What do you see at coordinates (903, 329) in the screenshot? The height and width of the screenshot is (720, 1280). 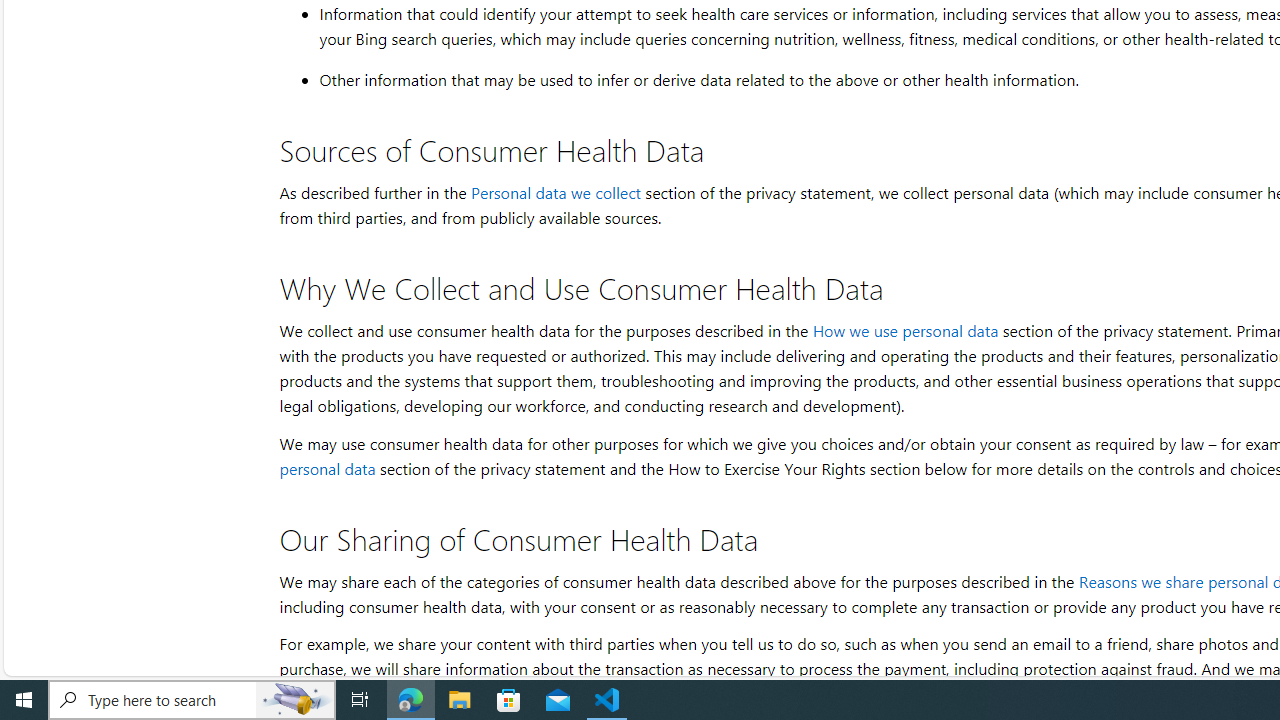 I see `'How we use personal data'` at bounding box center [903, 329].